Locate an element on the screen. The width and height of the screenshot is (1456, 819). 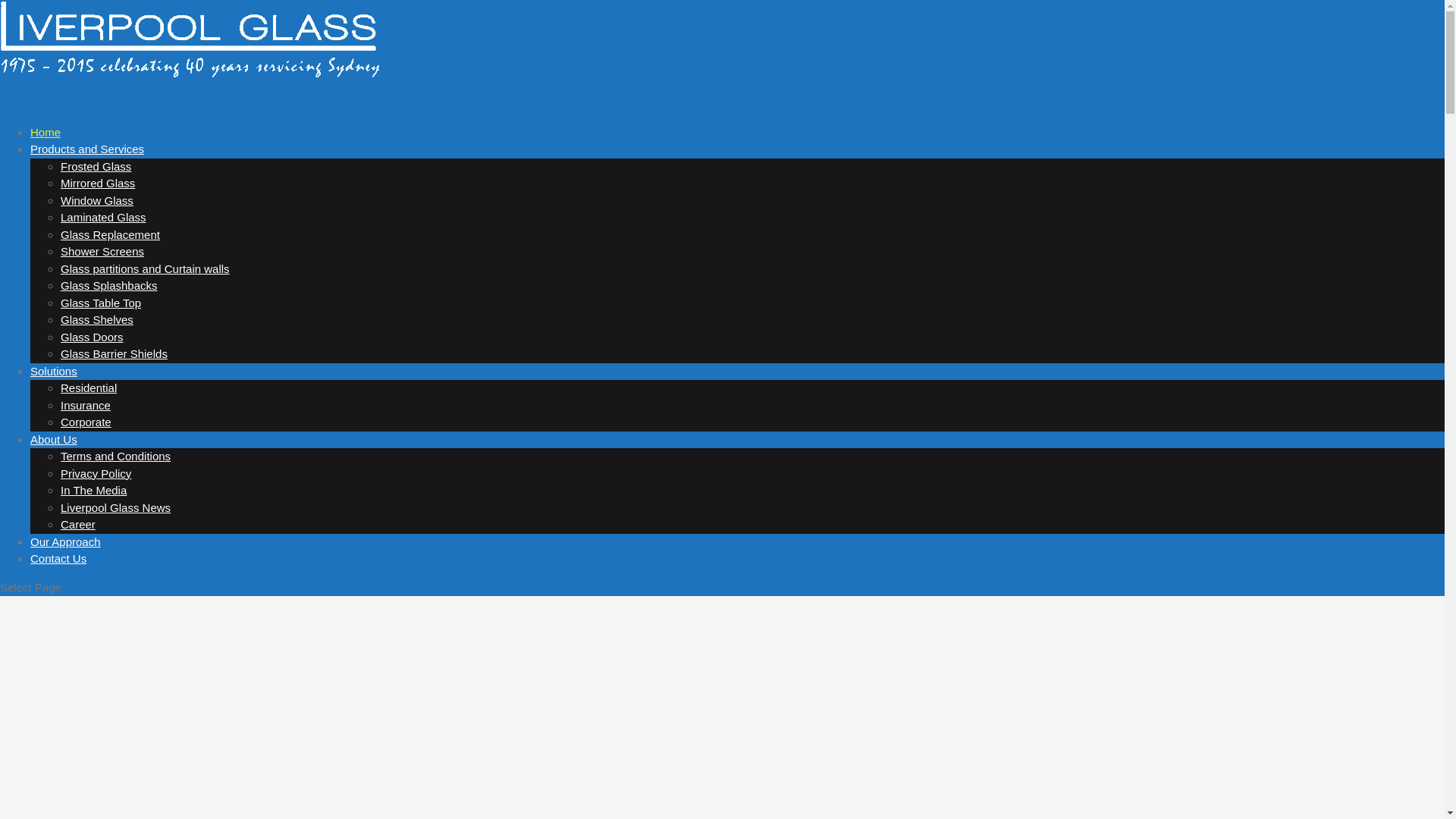
'Products and Services' is located at coordinates (86, 164).